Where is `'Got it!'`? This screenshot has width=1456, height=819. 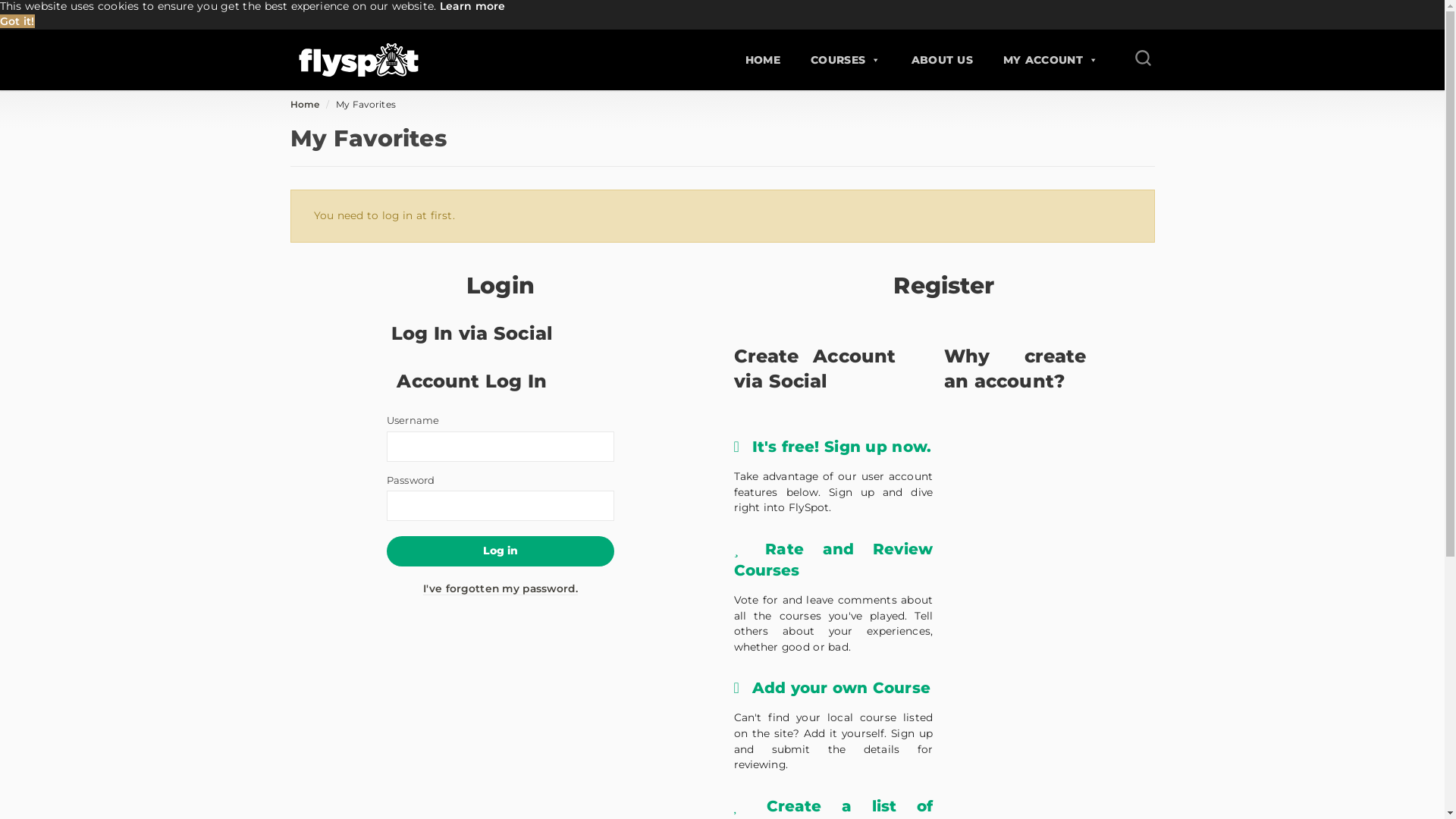
'Got it!' is located at coordinates (17, 20).